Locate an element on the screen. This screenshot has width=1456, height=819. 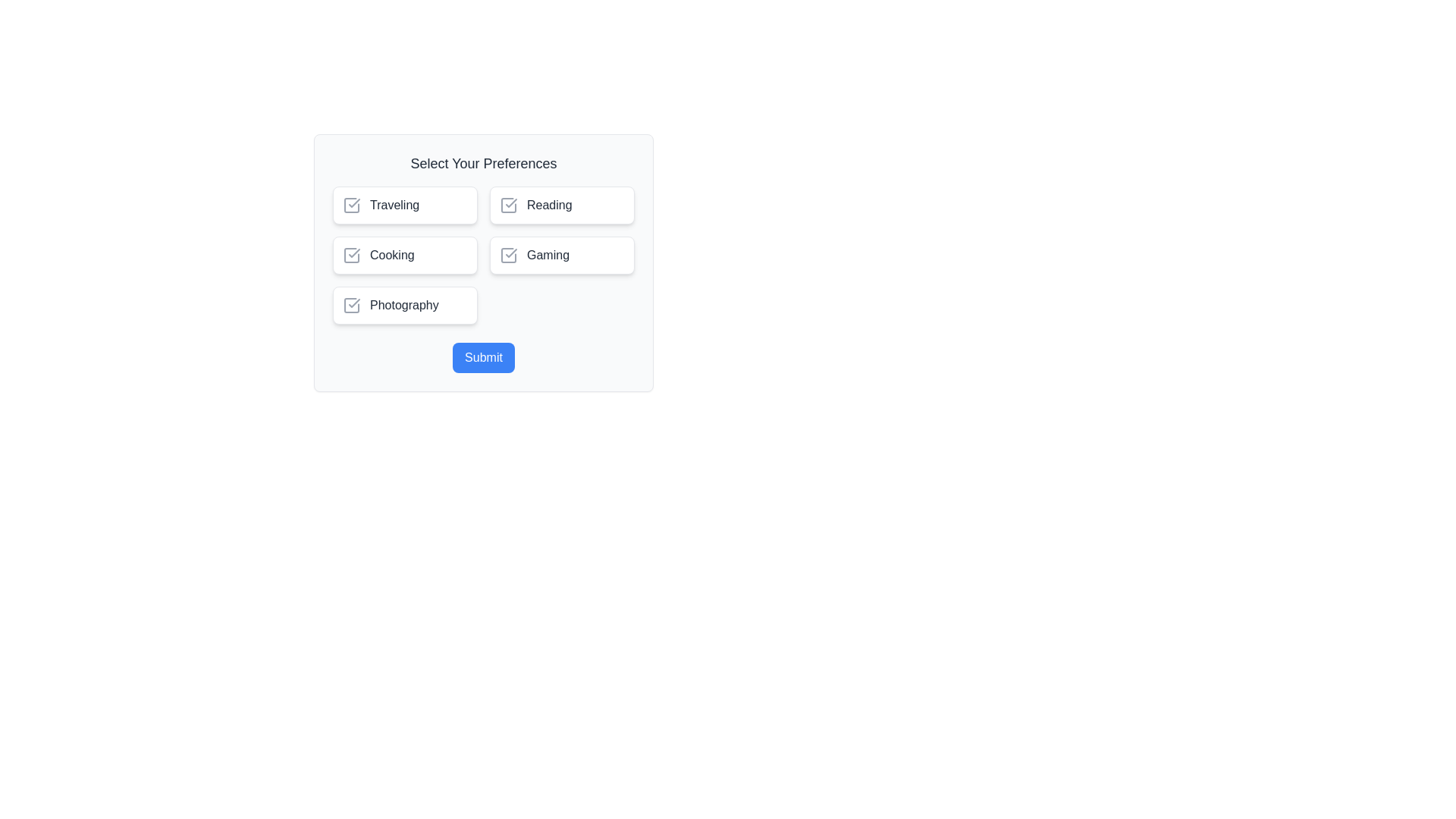
the checkbox for the 'Traveling' preference option is located at coordinates (351, 205).